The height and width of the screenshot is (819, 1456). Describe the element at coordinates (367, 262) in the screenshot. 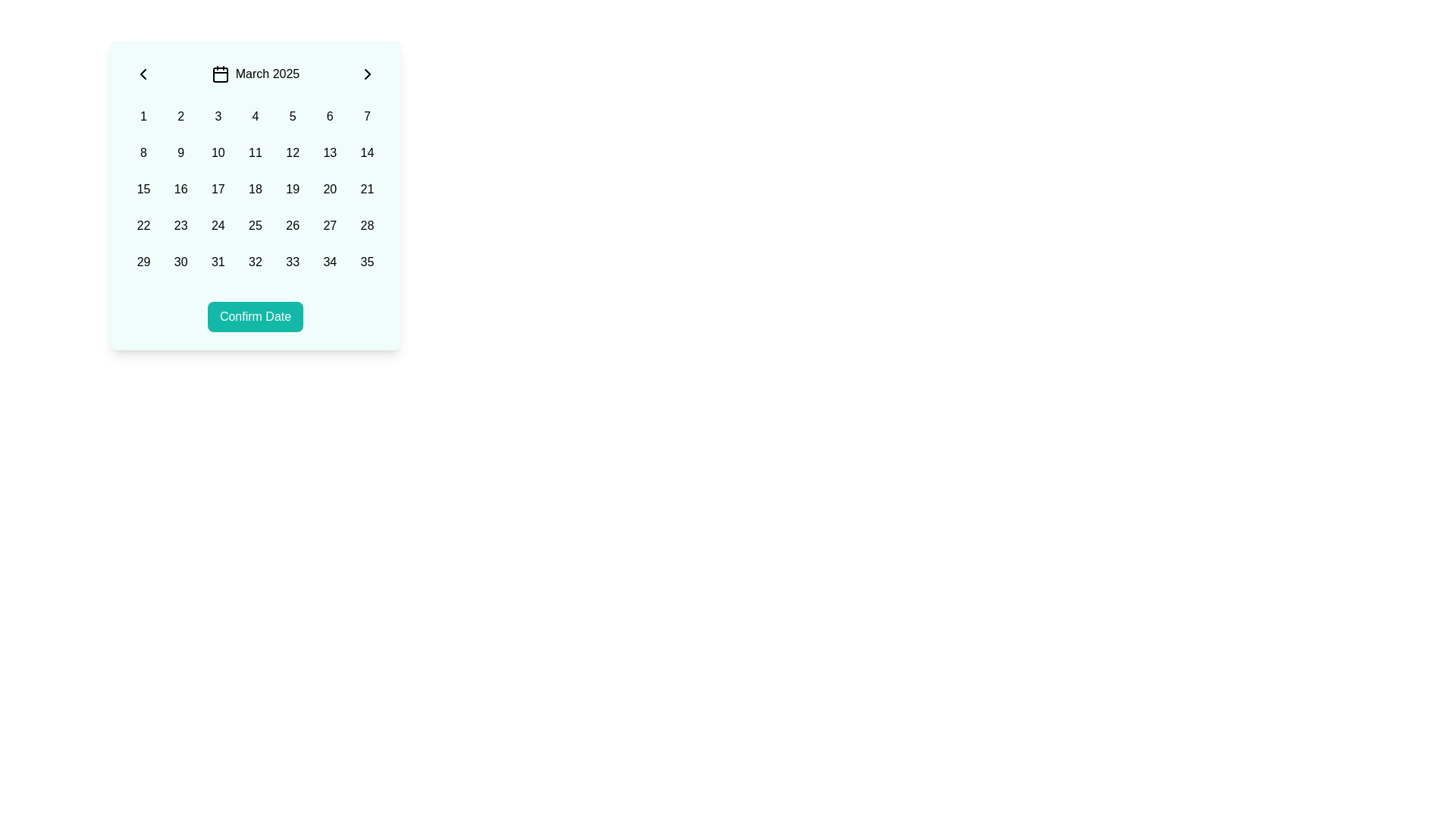

I see `the button-like interactive grid cell element containing the text '35'` at that location.